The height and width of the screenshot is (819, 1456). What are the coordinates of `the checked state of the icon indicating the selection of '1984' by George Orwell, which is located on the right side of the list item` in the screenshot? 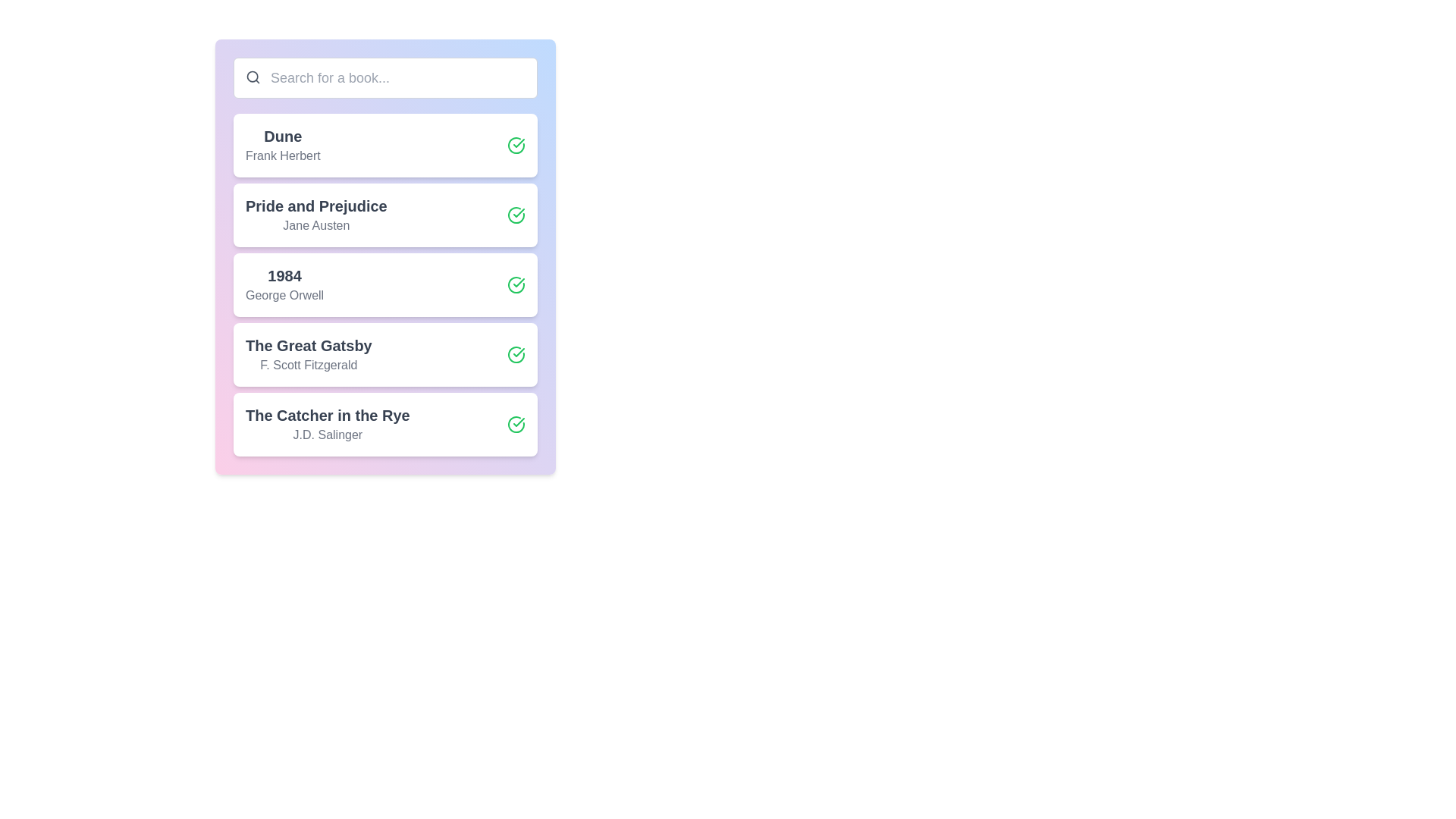 It's located at (516, 284).